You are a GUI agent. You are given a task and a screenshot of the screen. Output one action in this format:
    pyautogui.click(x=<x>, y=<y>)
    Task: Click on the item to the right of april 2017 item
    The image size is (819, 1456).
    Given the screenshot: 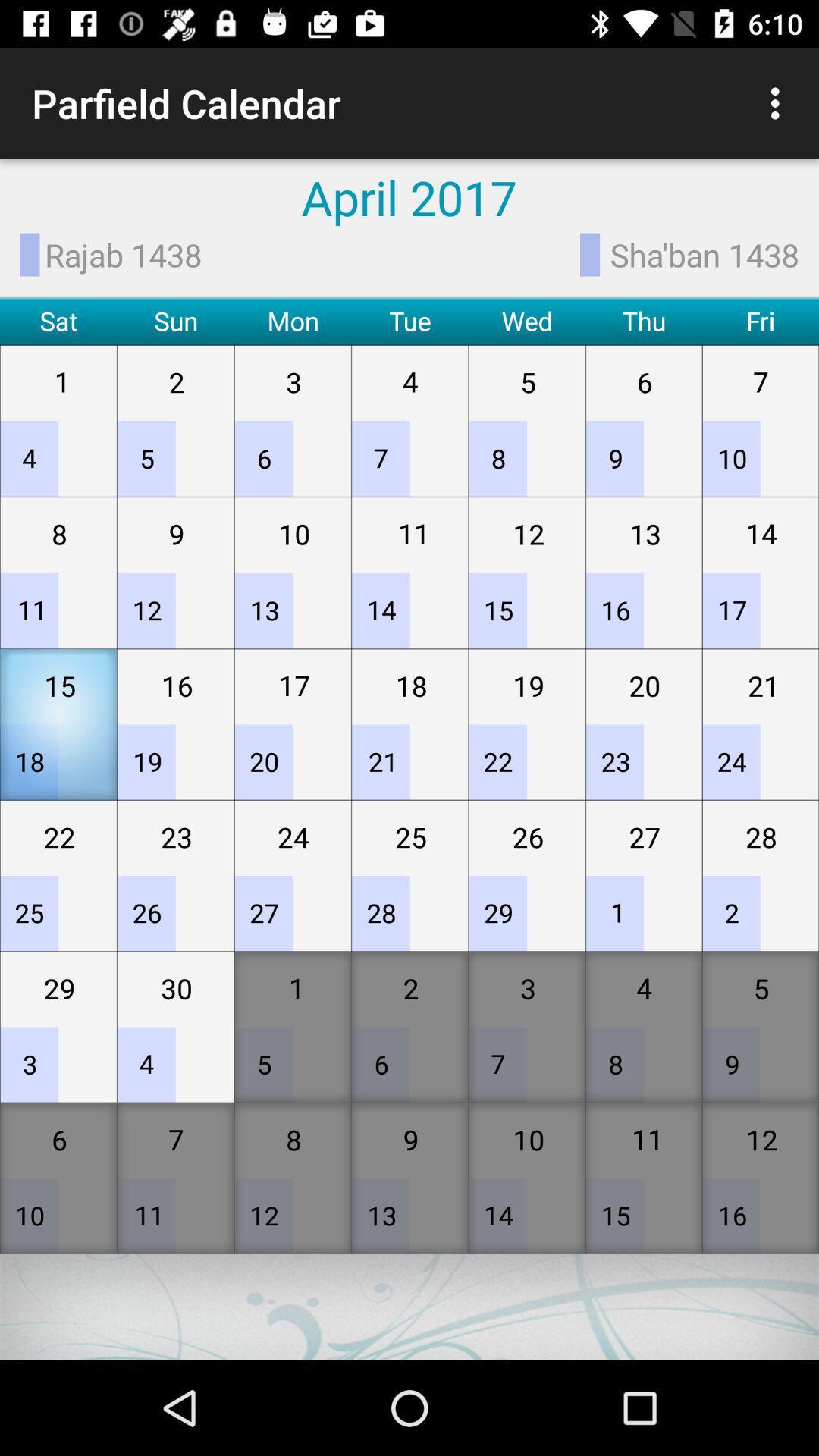 What is the action you would take?
    pyautogui.click(x=779, y=102)
    